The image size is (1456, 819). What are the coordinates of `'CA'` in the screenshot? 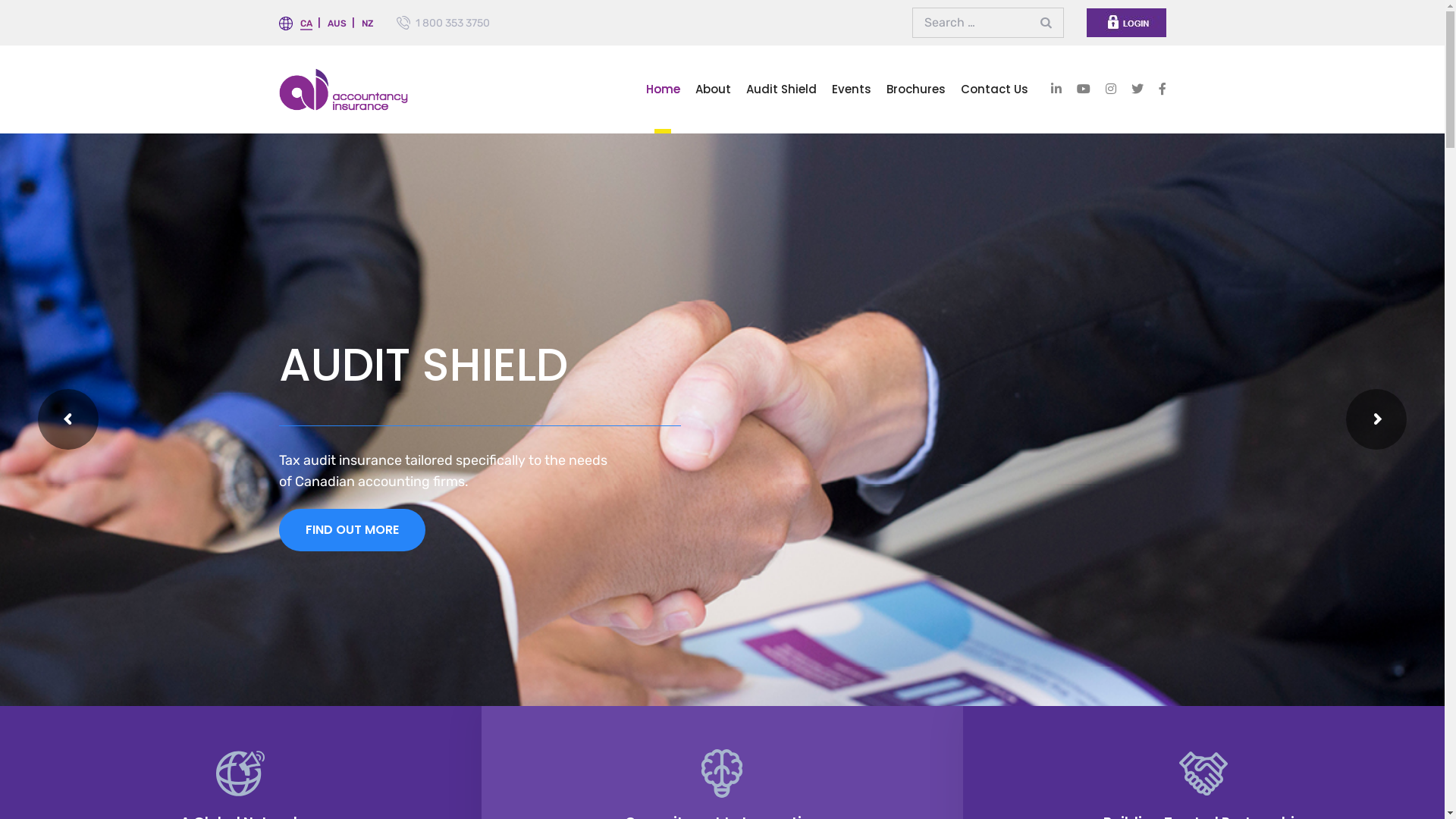 It's located at (305, 24).